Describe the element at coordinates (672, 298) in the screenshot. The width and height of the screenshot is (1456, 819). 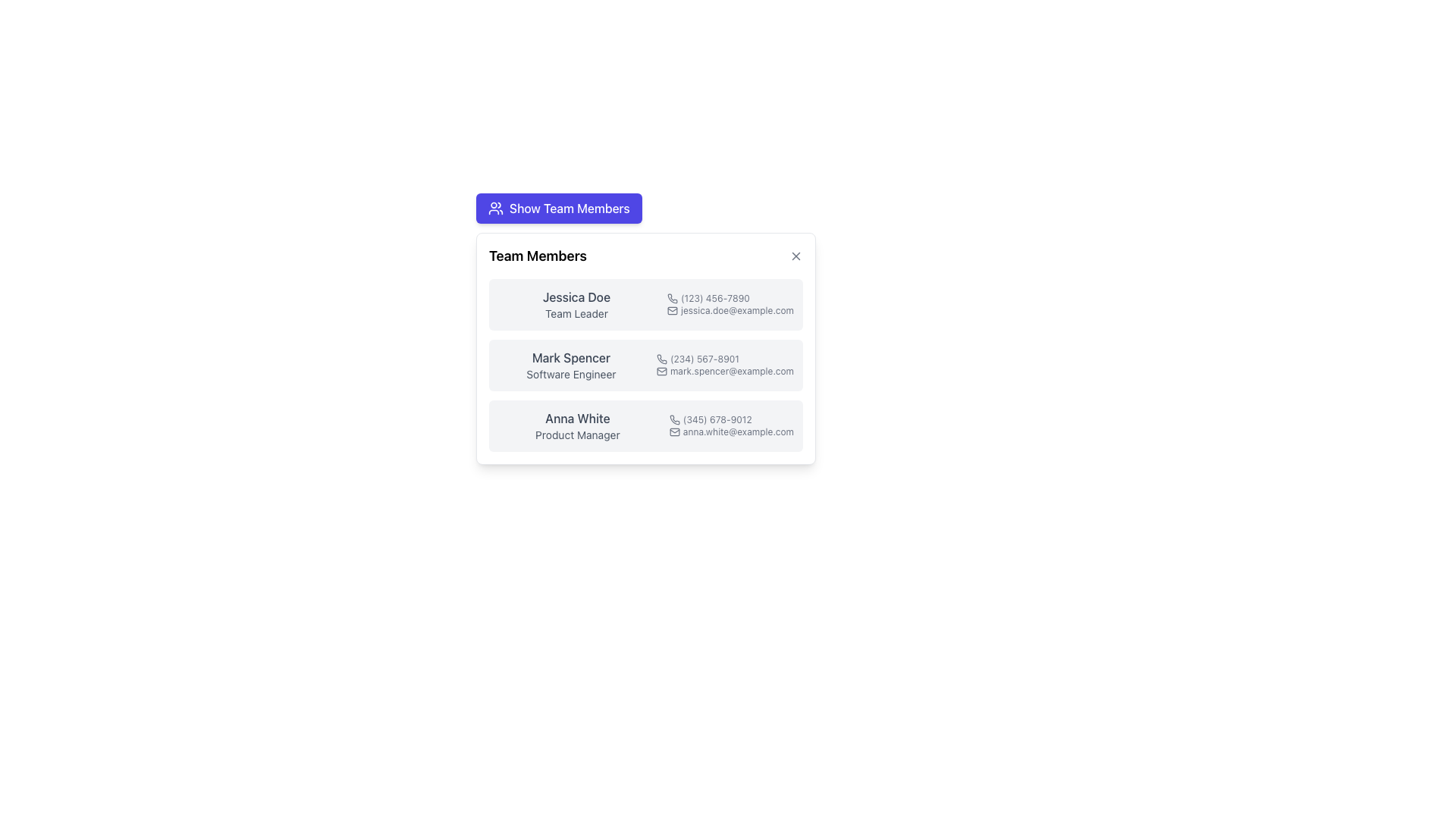
I see `the telephone icon that visually represents a phone-related feature, located next to the phone number '(123) 456-7890' for 'Jessica Doe'` at that location.